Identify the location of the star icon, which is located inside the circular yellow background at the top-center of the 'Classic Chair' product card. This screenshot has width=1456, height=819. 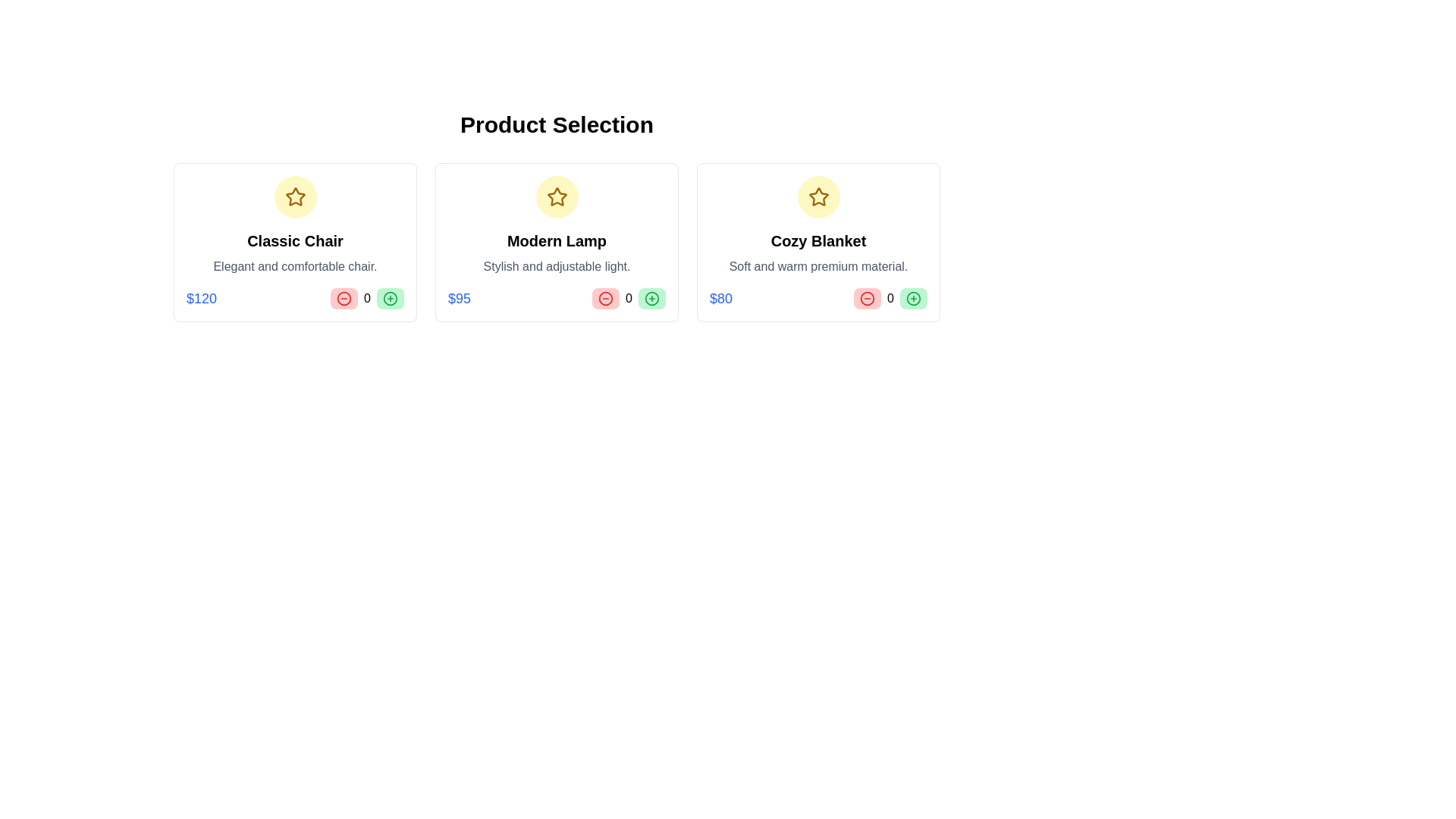
(295, 196).